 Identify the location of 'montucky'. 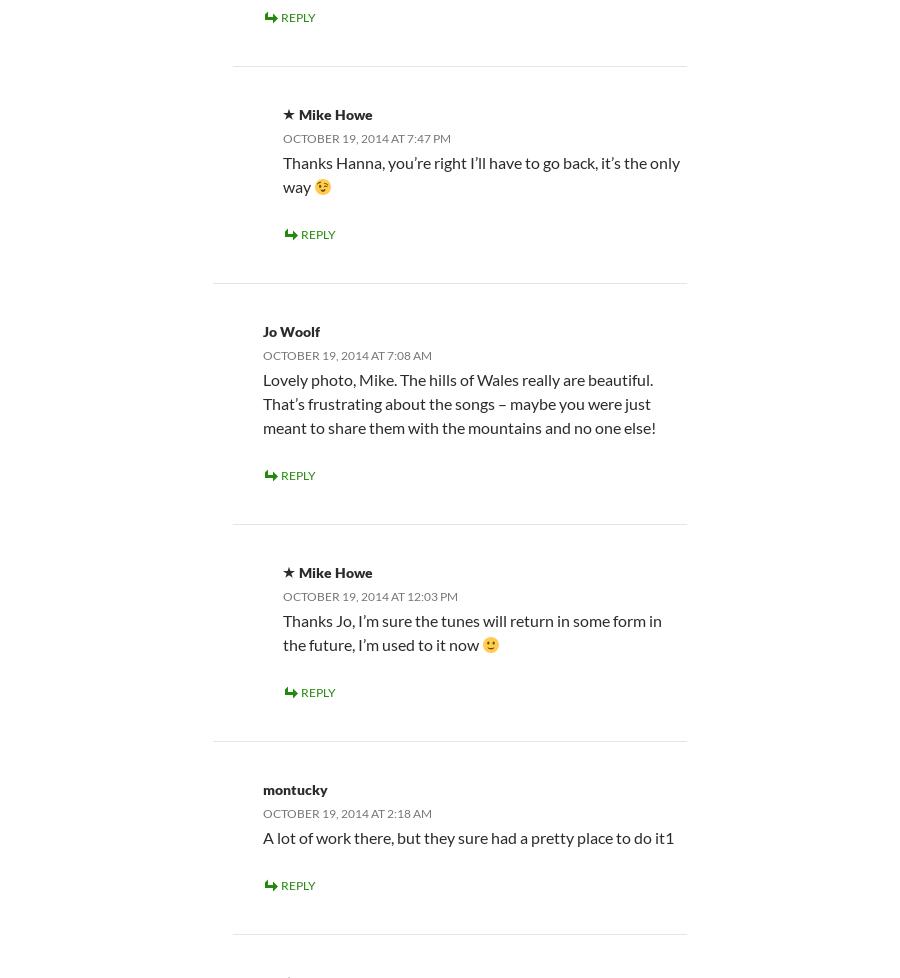
(294, 787).